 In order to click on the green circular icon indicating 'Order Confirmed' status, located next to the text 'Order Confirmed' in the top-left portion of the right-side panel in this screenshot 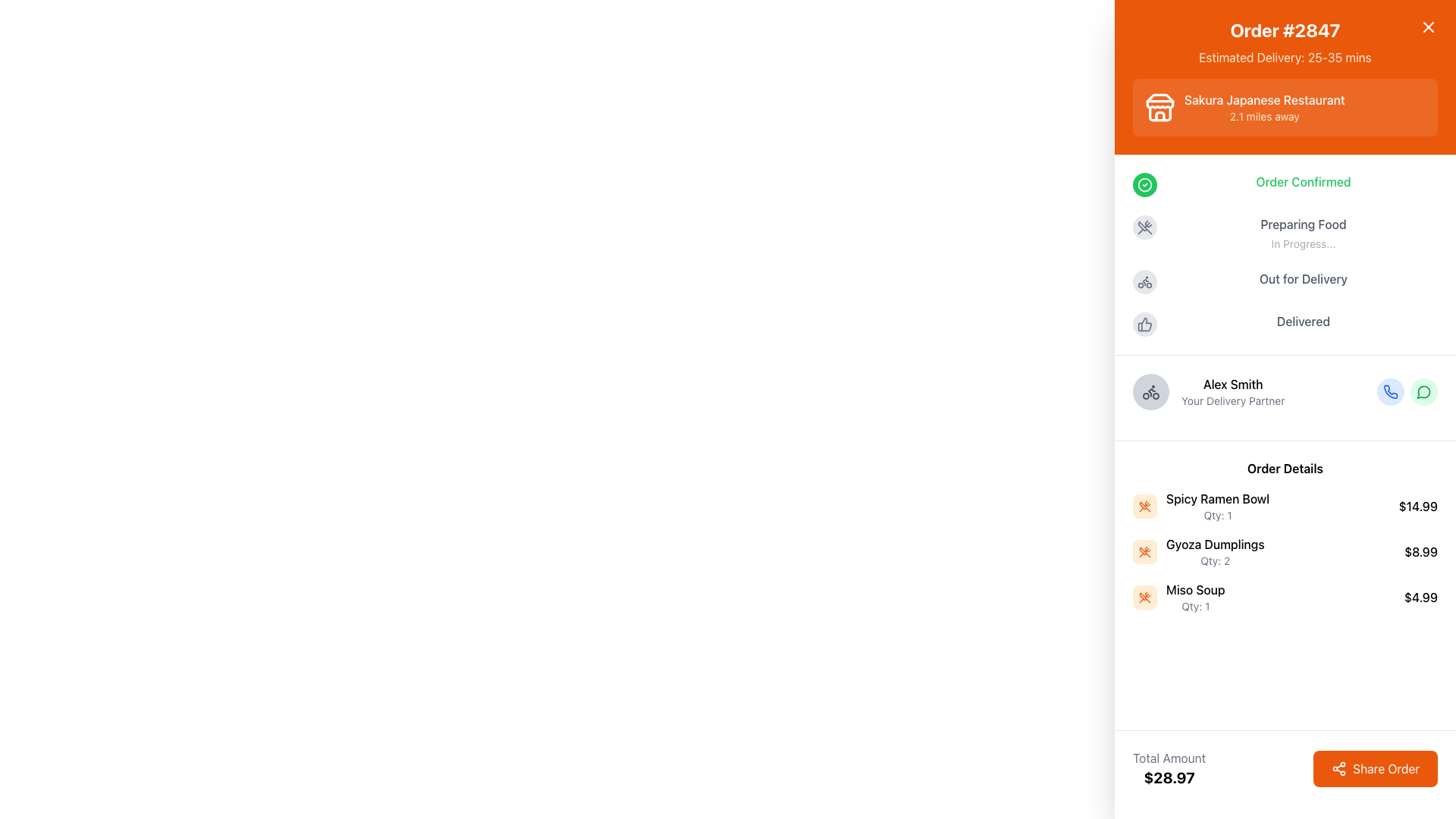, I will do `click(1145, 184)`.